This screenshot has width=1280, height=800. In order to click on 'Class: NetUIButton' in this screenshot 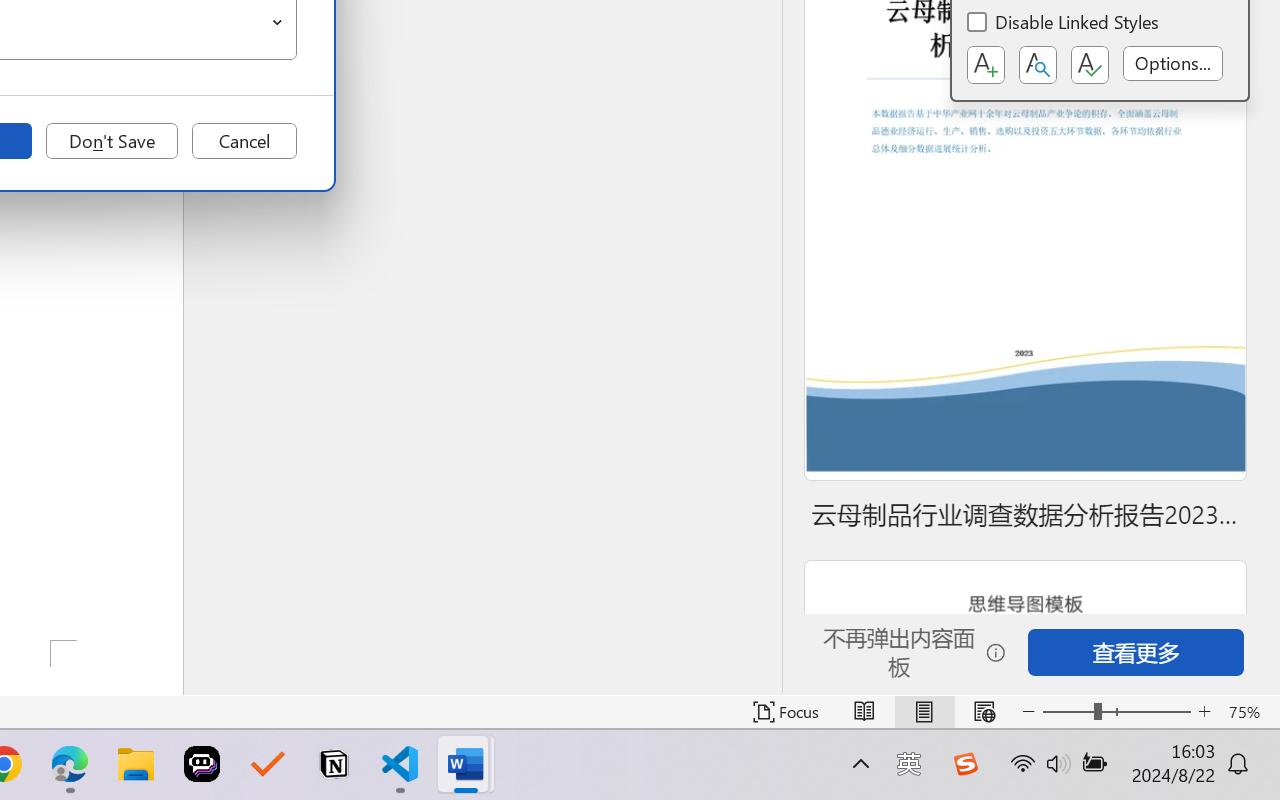, I will do `click(1088, 64)`.